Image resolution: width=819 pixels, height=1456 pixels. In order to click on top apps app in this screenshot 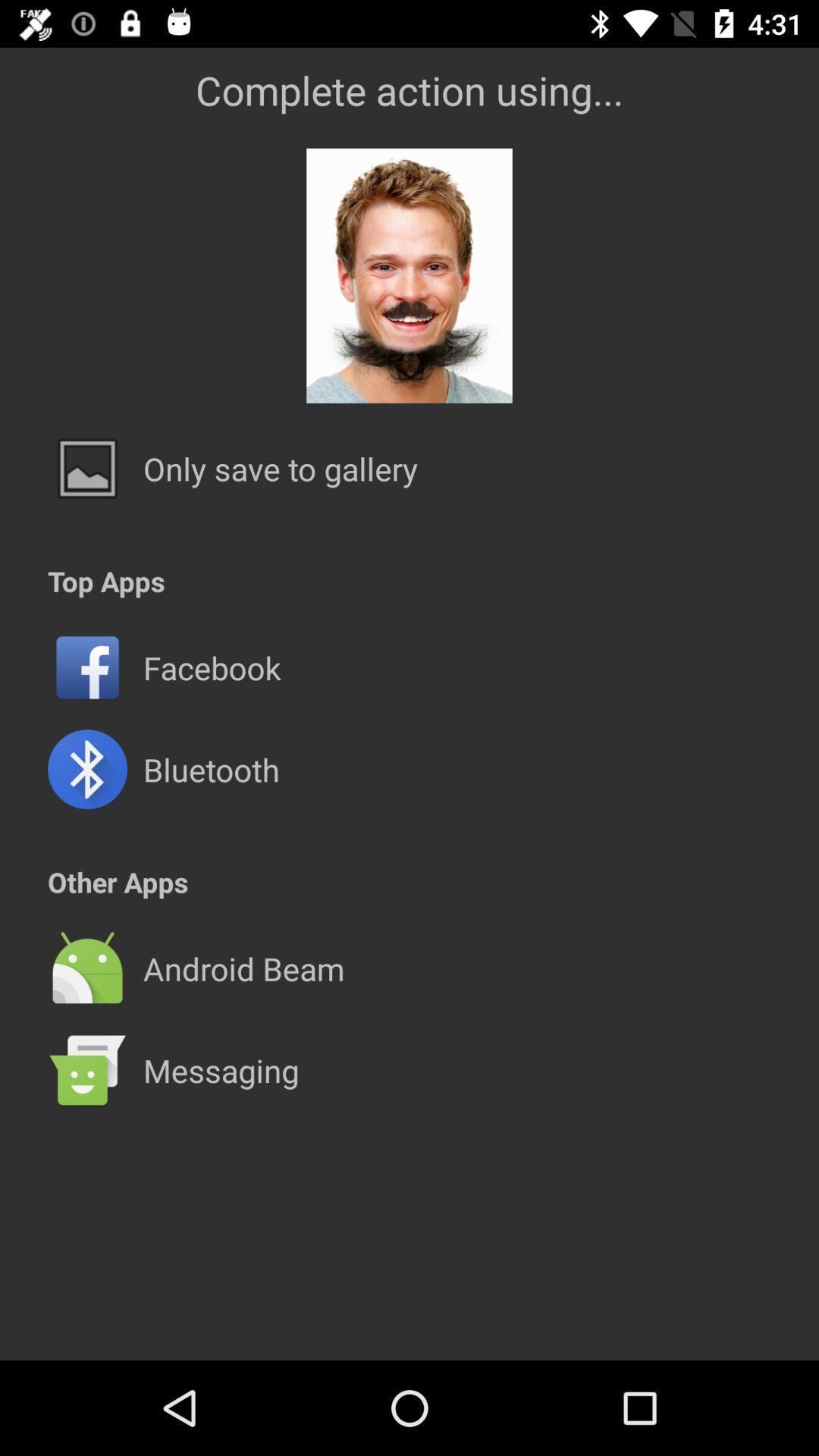, I will do `click(105, 580)`.